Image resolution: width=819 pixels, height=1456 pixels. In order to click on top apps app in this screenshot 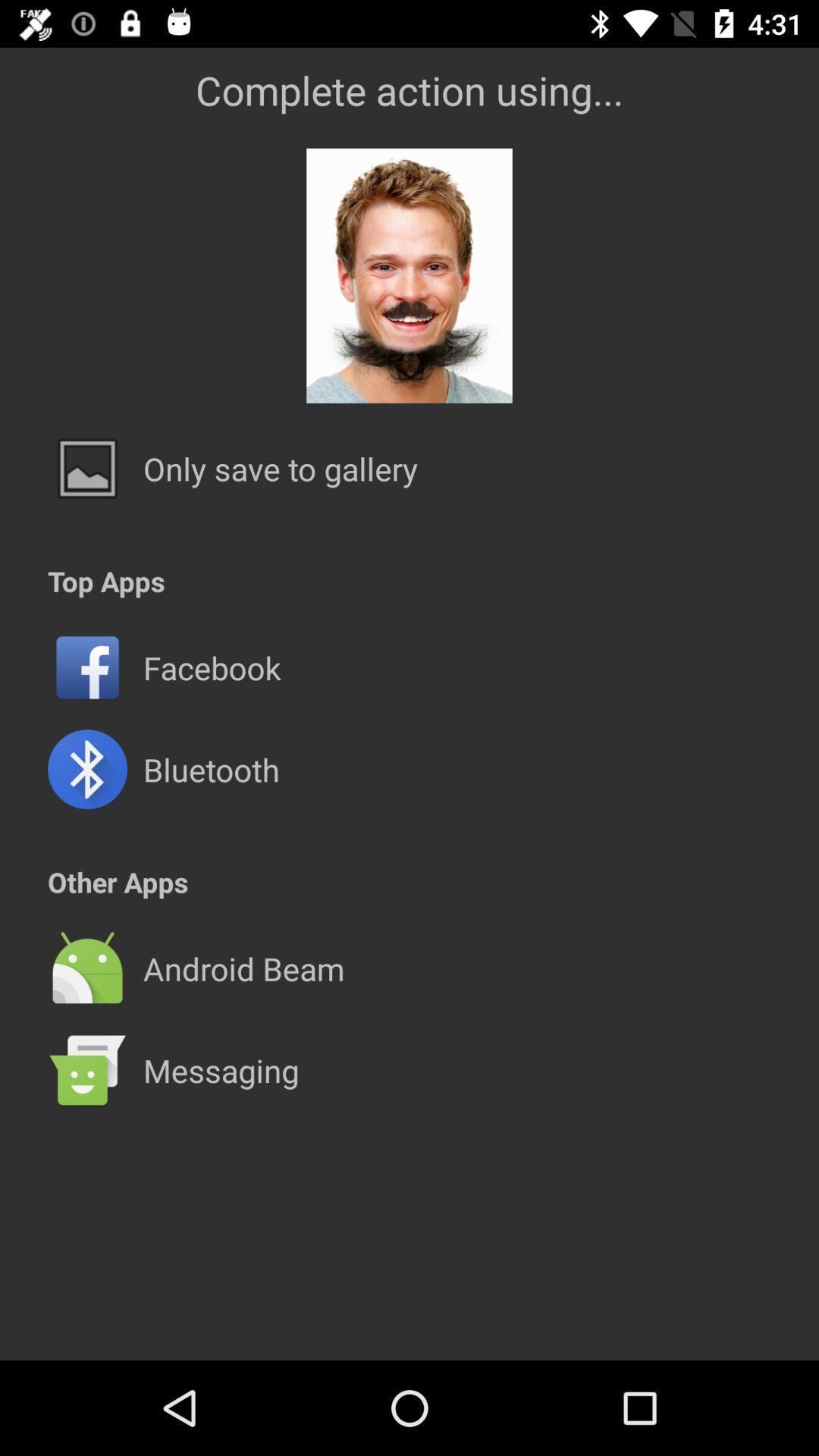, I will do `click(105, 580)`.